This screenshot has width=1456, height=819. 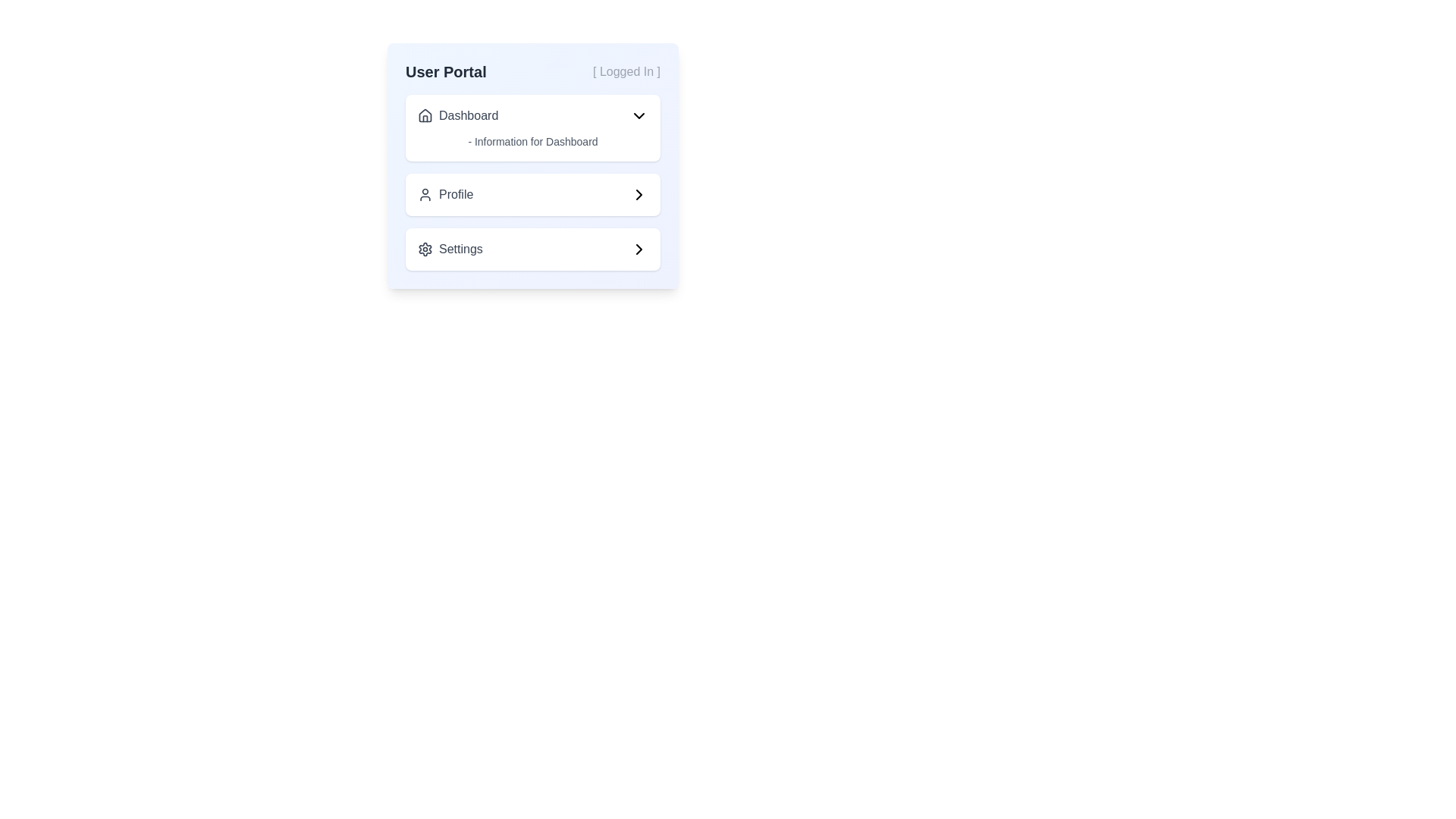 What do you see at coordinates (639, 194) in the screenshot?
I see `the navigational chevron icon located to the far-right of the Profile option in the User Portal` at bounding box center [639, 194].